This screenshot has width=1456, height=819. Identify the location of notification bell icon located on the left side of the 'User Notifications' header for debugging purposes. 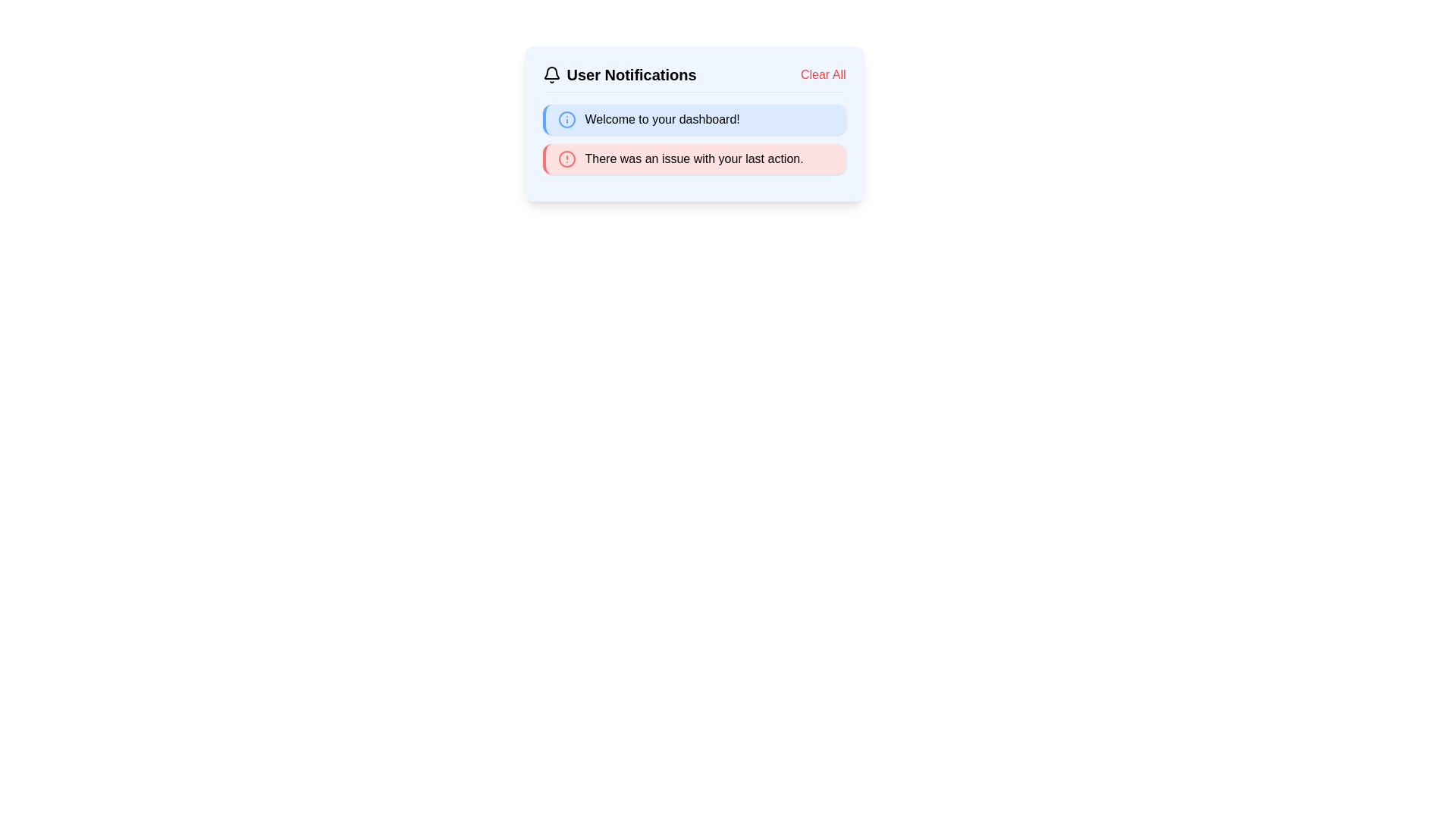
(551, 75).